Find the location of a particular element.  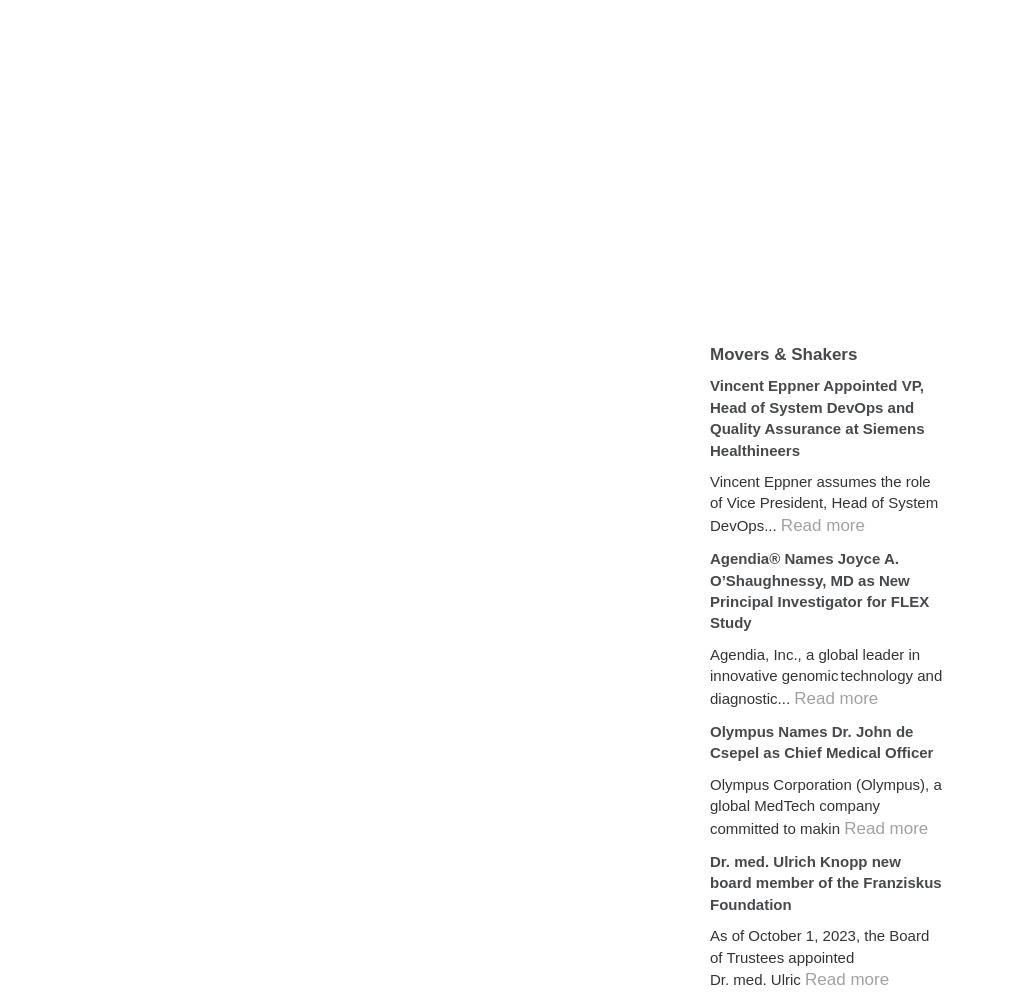

'Dr. med. Ulrich Knopp new board member of the Franziskus Foundation' is located at coordinates (825, 882).